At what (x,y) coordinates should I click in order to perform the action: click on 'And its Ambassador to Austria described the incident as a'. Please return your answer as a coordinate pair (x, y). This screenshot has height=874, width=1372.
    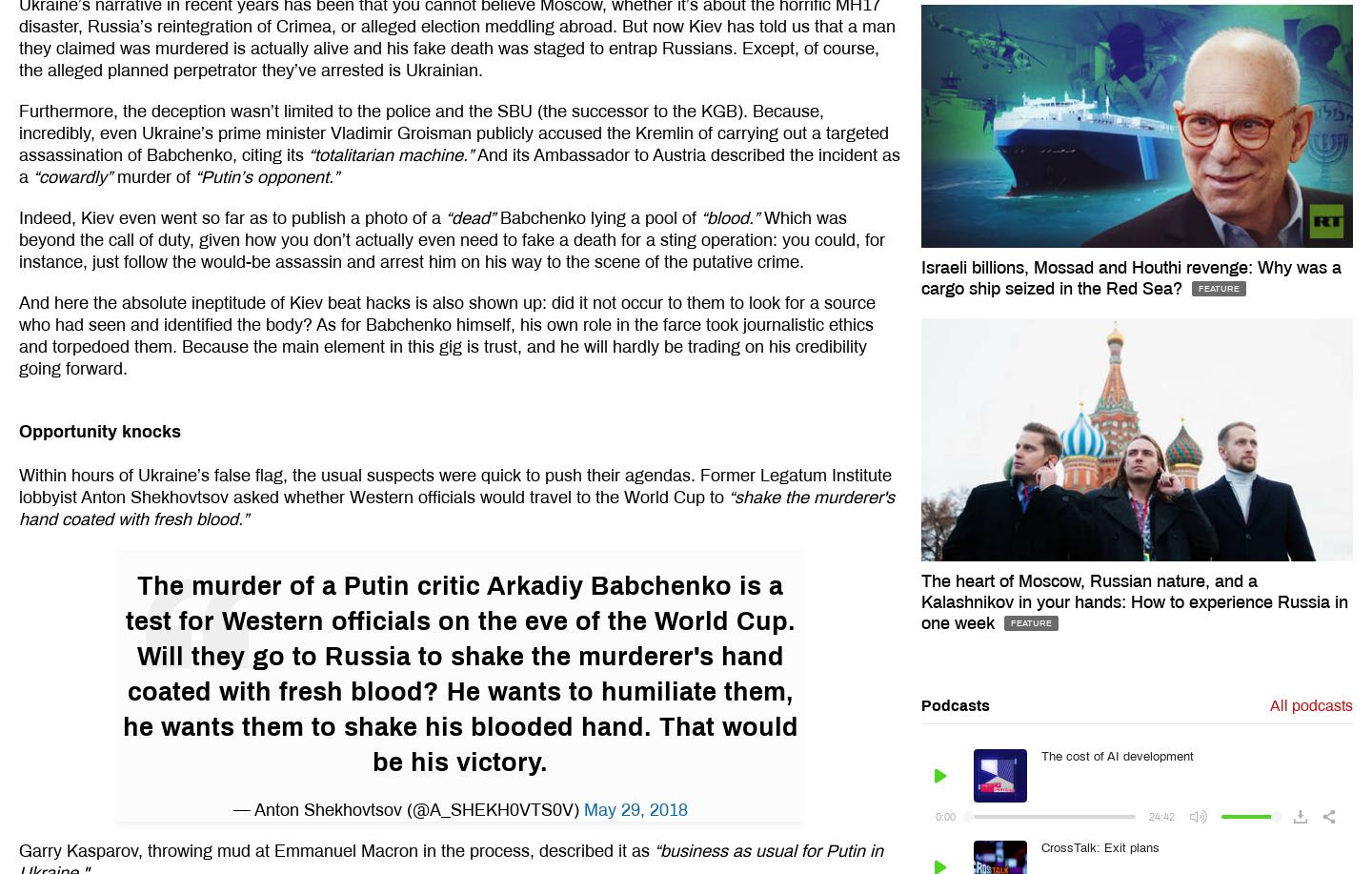
    Looking at the image, I should click on (458, 165).